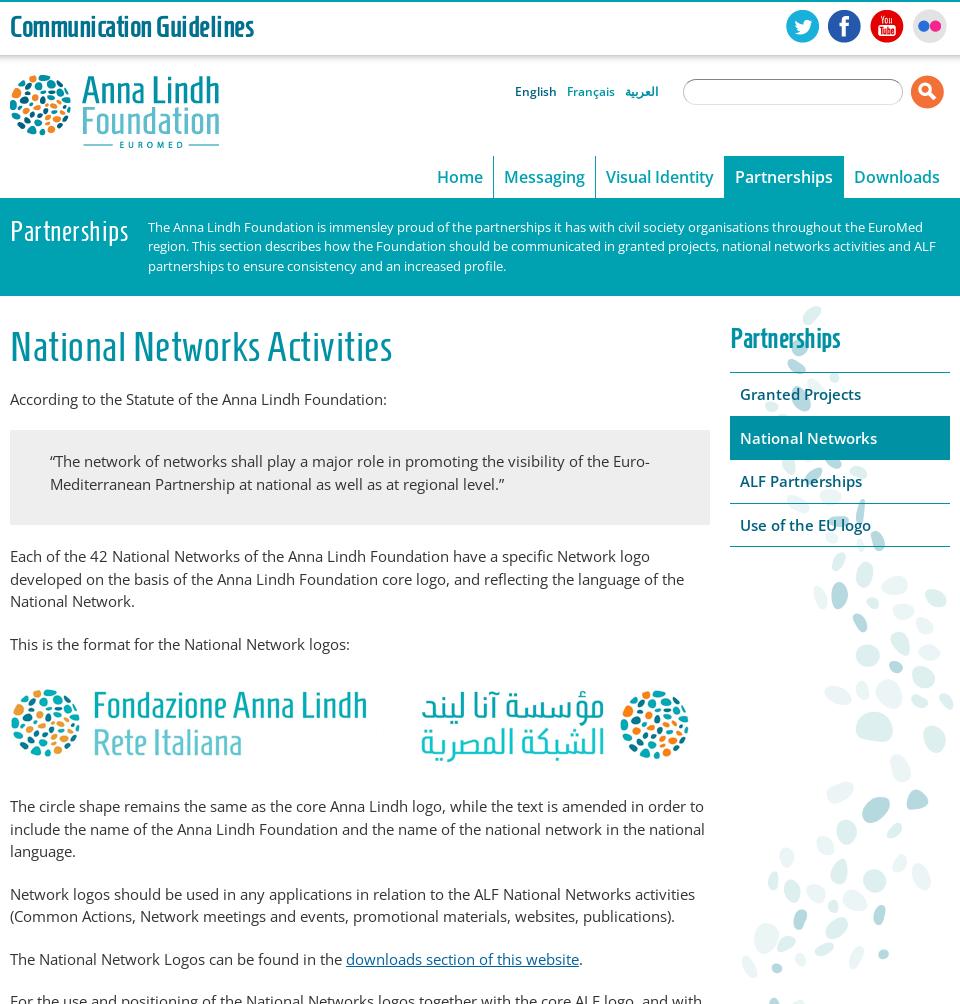 This screenshot has height=1004, width=960. What do you see at coordinates (352, 903) in the screenshot?
I see `'Network logos should be used in any applications in relation to the ALF National Networks activities (Common Actions, Network meetings and events, promotional materials, websites, publications).'` at bounding box center [352, 903].